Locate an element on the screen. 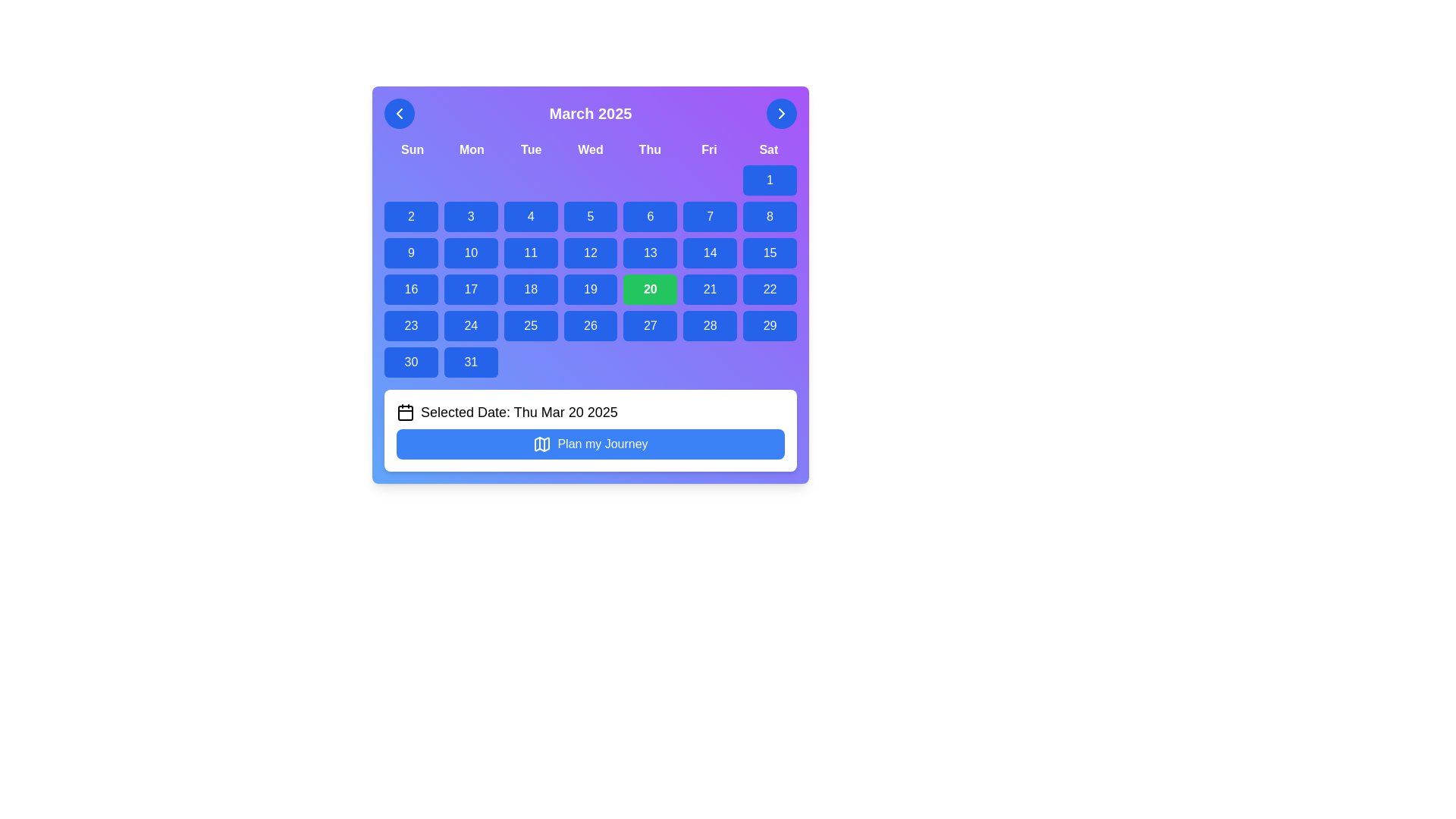  the button representing the day number '24' in the calendar grid layout is located at coordinates (470, 325).